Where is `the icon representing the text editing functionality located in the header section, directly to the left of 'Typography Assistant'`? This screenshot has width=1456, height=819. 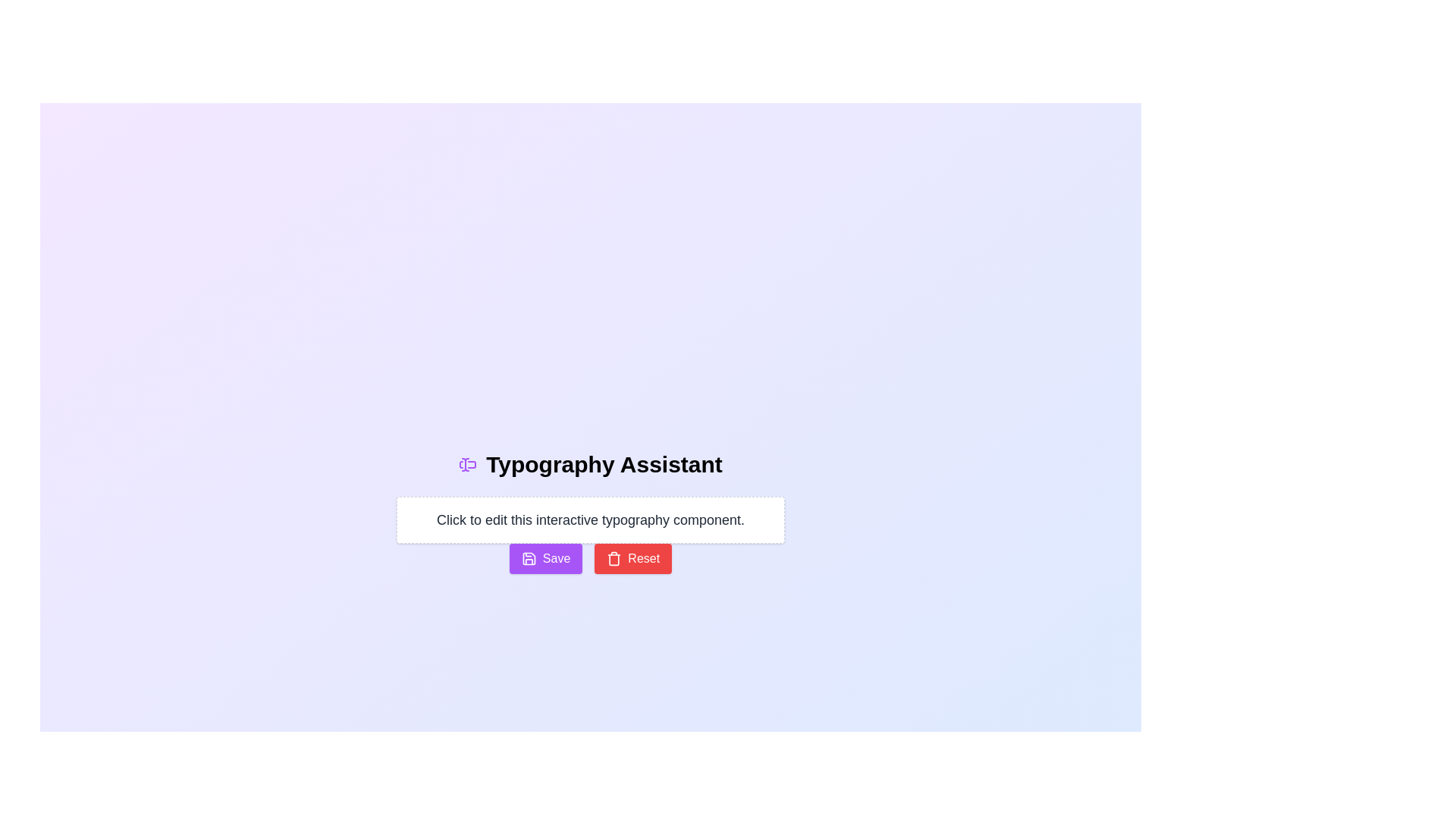
the icon representing the text editing functionality located in the header section, directly to the left of 'Typography Assistant' is located at coordinates (467, 464).